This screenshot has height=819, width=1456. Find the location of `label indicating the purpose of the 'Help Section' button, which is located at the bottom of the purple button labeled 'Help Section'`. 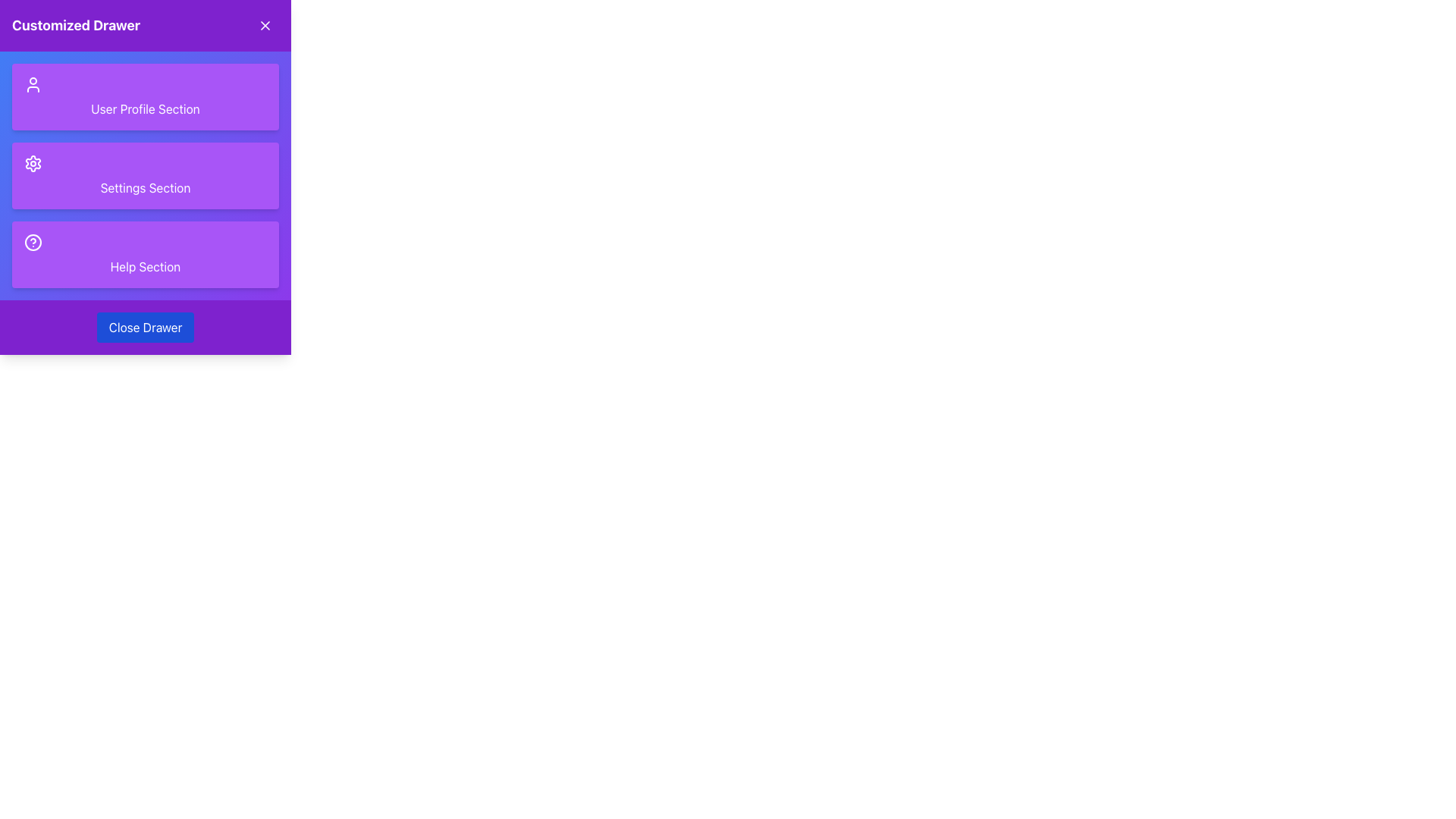

label indicating the purpose of the 'Help Section' button, which is located at the bottom of the purple button labeled 'Help Section' is located at coordinates (146, 265).